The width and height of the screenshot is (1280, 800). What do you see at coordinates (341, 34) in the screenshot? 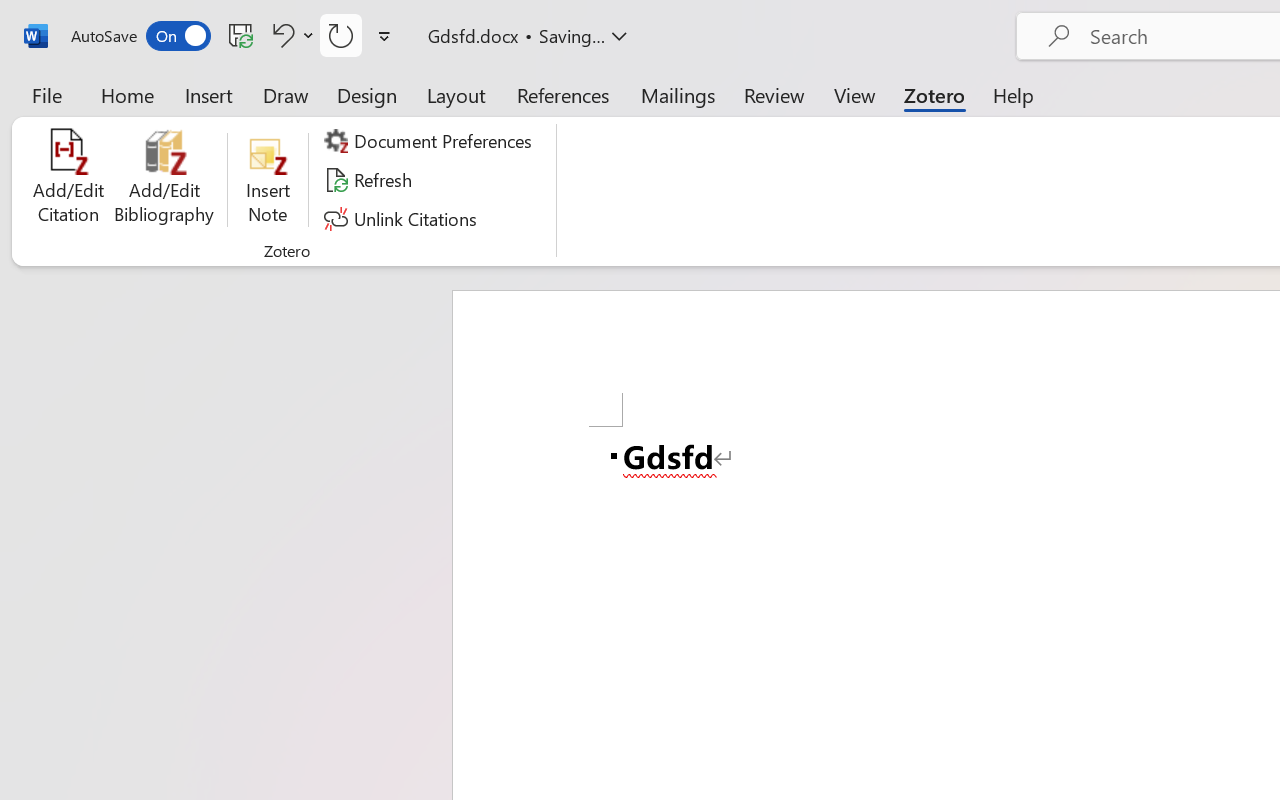
I see `'Repeat Style'` at bounding box center [341, 34].